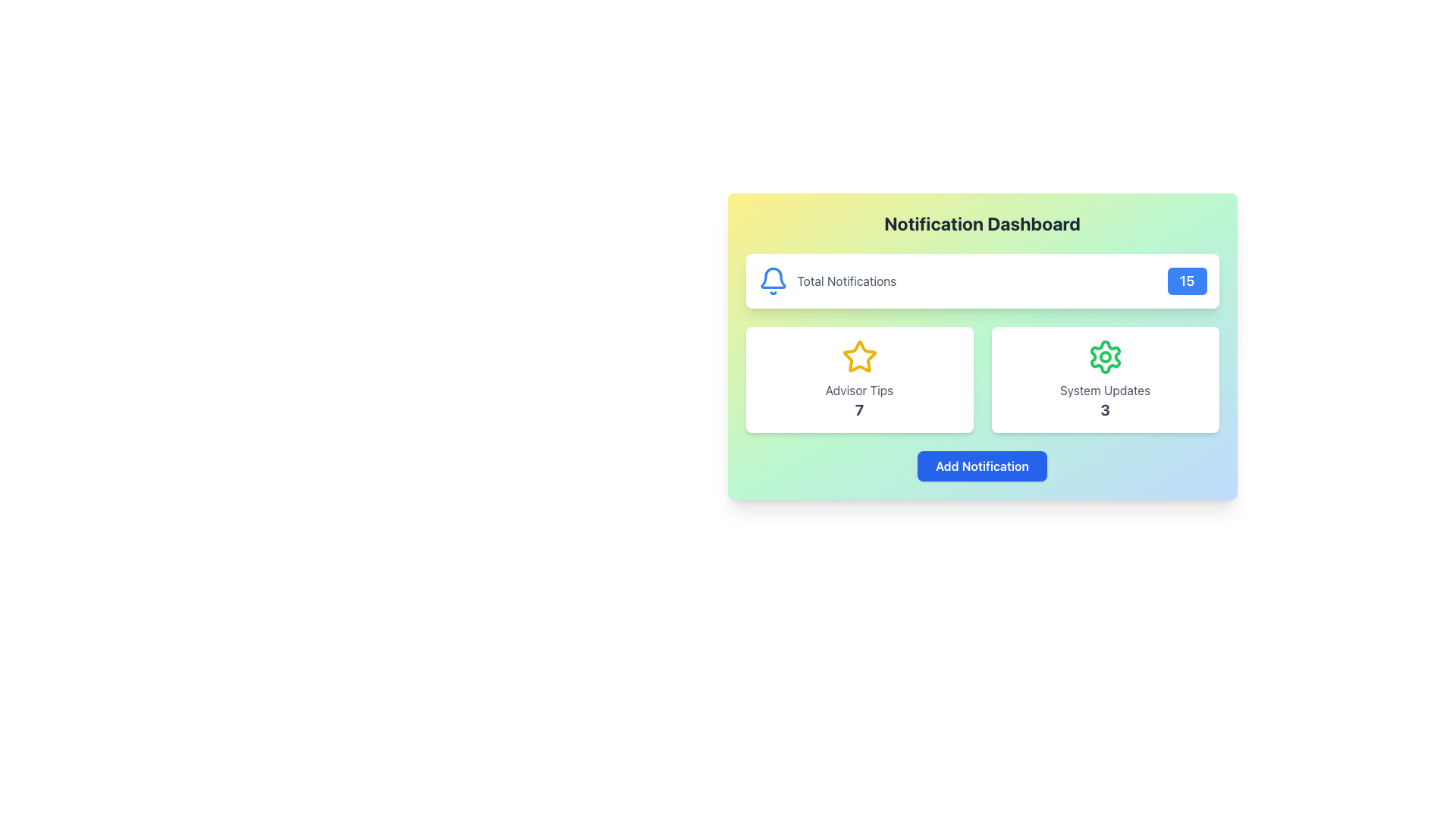 This screenshot has width=1456, height=819. Describe the element at coordinates (859, 356) in the screenshot. I see `the decorative icon that signifies the Advisor Tips section, located centrally within the 'Advisor Tips' card on the notification dashboard` at that location.